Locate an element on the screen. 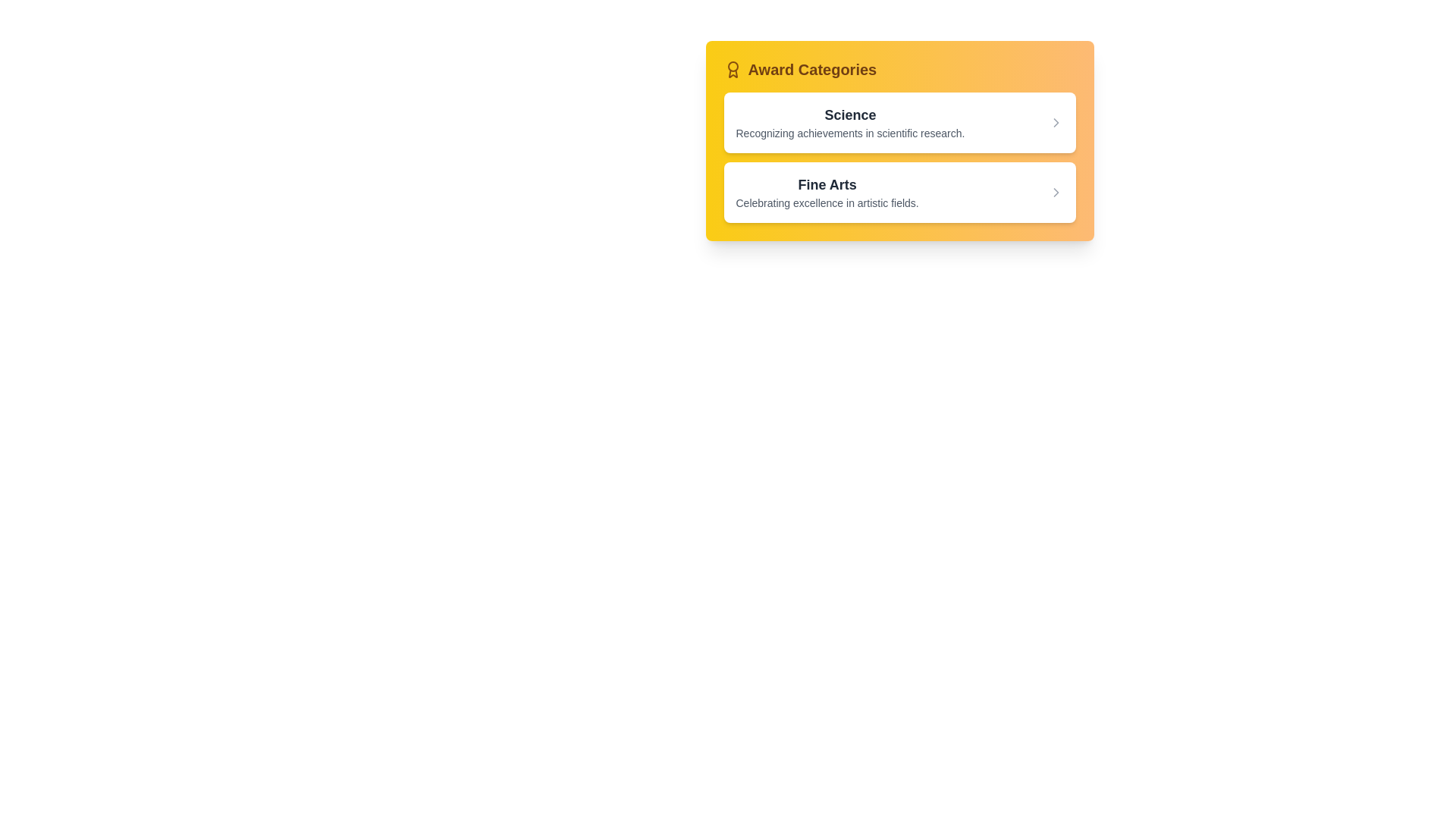 This screenshot has height=819, width=1456. the chevron icon located at the far right of the 'Fine Arts' row under the 'Award Categories' section is located at coordinates (1055, 192).